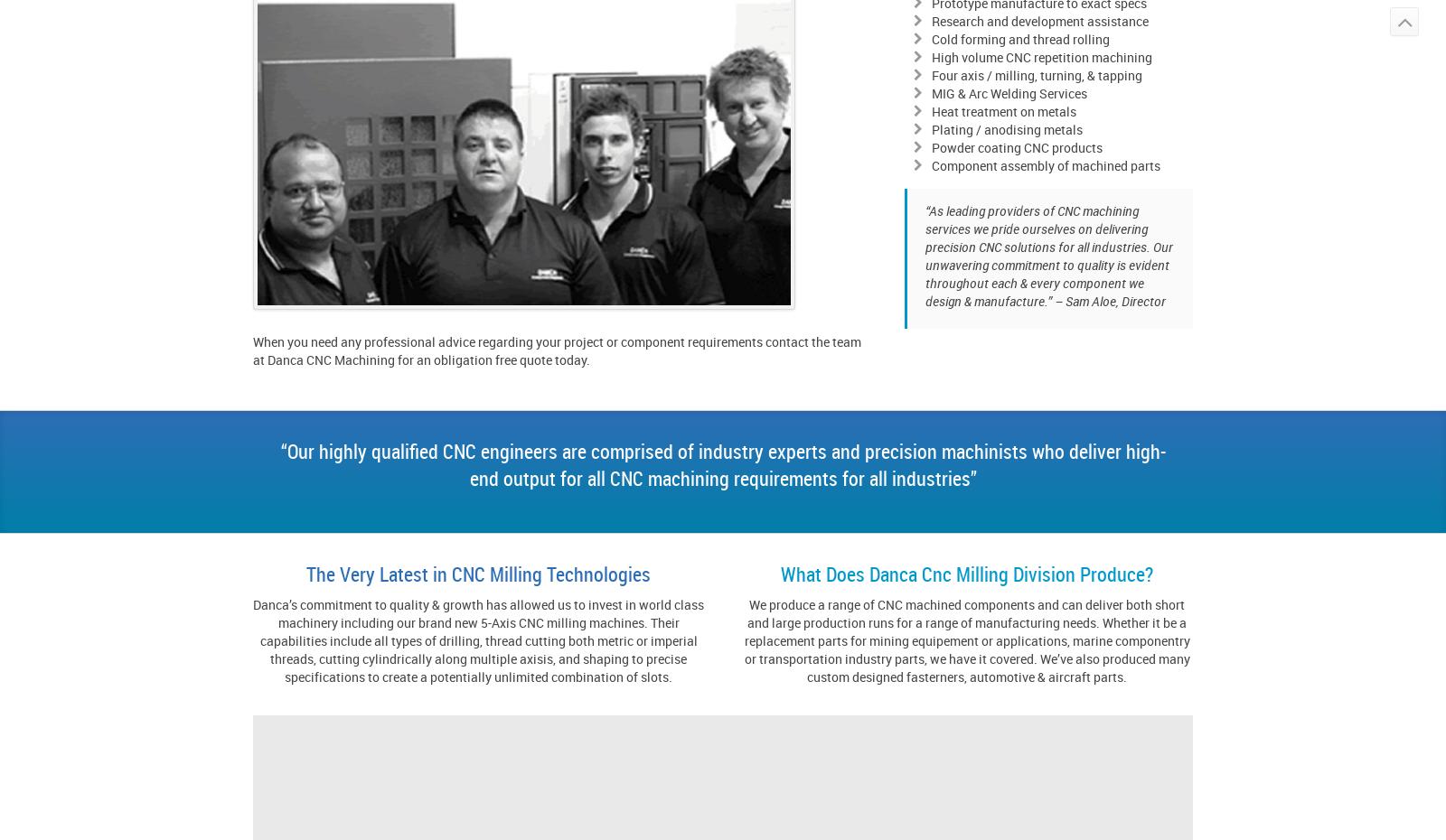 This screenshot has width=1446, height=840. Describe the element at coordinates (966, 640) in the screenshot. I see `'We produce a range of CNC machined components and can deliver both short and large production runs for a range of manufacturing needs. Whether it be a replacement parts for mining equipement or applications, marine componentry or transportation industry parts, we have it covered. We’ve also produced many custom designed fasterners, automotive & aircraft parts.'` at that location.